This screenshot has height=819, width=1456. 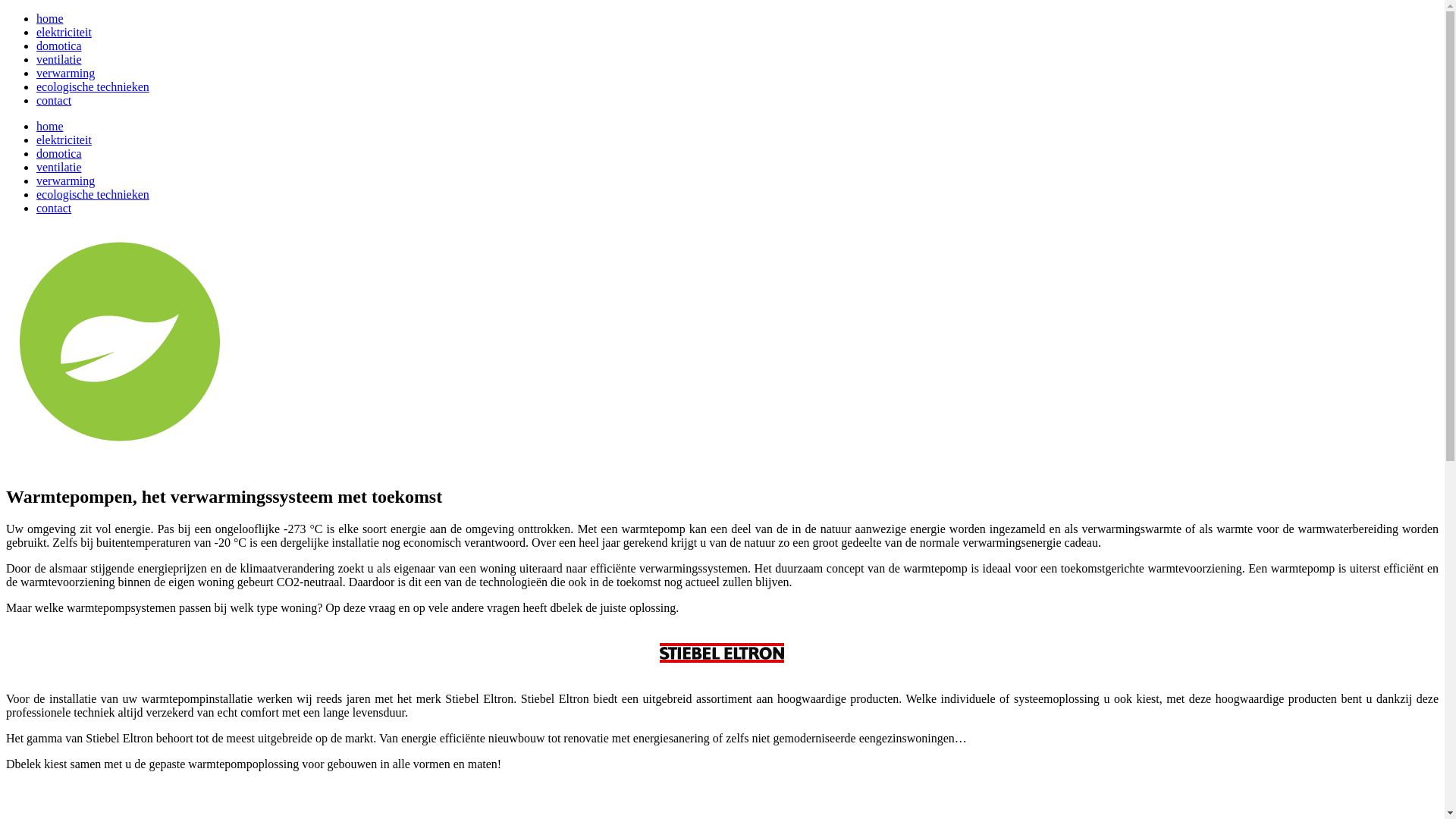 What do you see at coordinates (92, 86) in the screenshot?
I see `'ecologische technieken'` at bounding box center [92, 86].